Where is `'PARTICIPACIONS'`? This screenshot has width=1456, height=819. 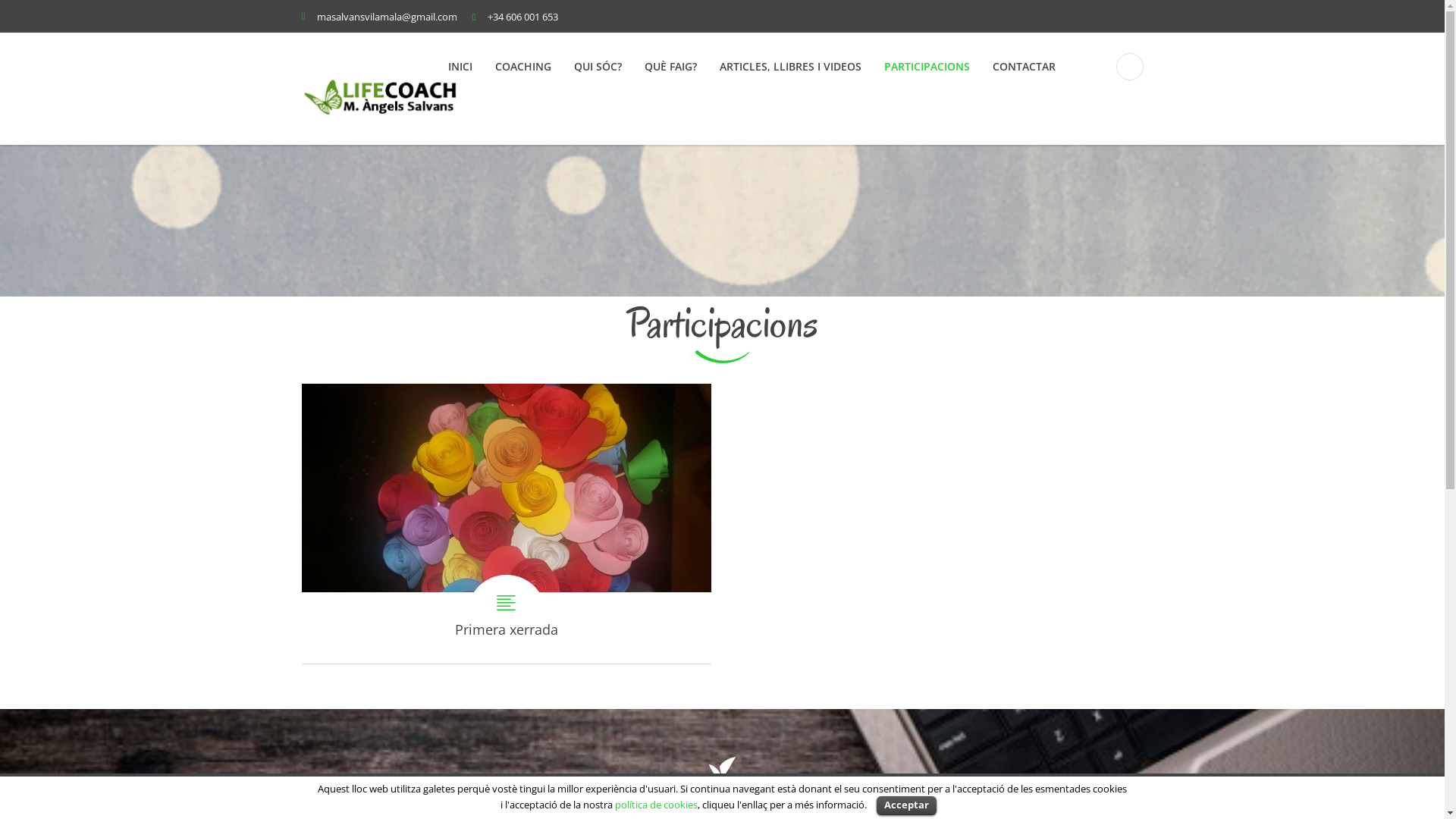 'PARTICIPACIONS' is located at coordinates (926, 65).